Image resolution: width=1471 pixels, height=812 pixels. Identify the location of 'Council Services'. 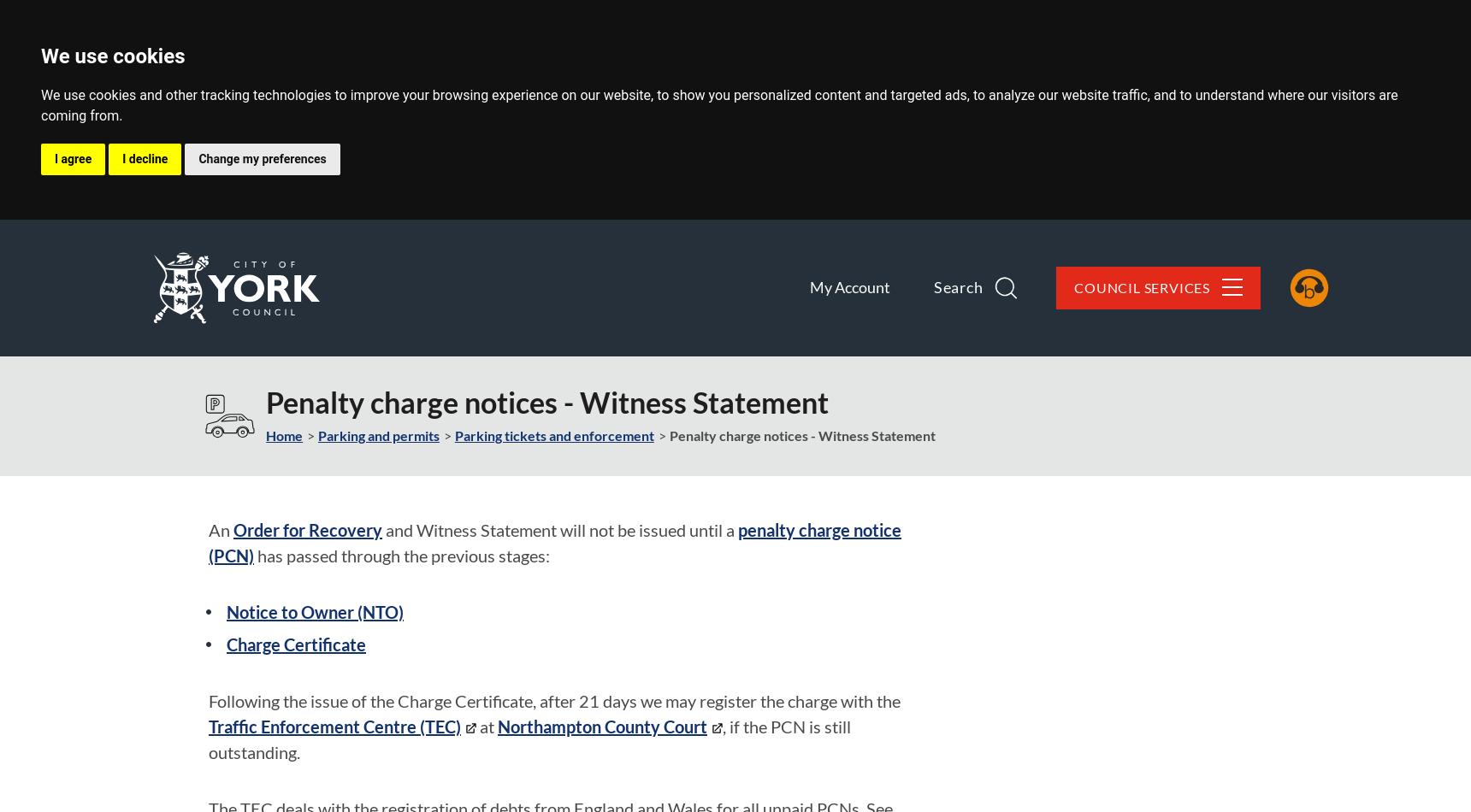
(1073, 286).